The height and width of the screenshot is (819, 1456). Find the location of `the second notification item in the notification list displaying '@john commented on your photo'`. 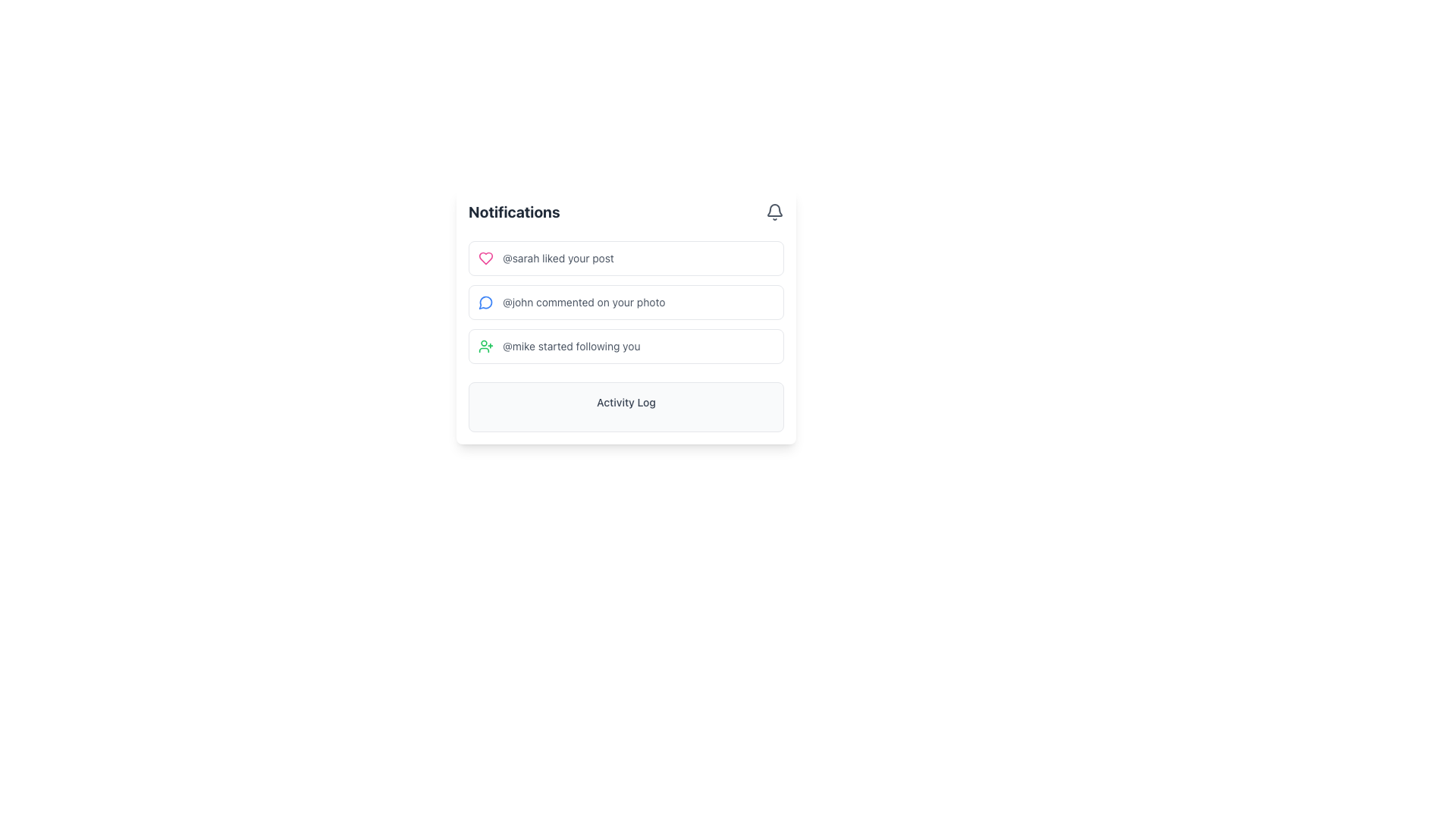

the second notification item in the notification list displaying '@john commented on your photo' is located at coordinates (626, 315).